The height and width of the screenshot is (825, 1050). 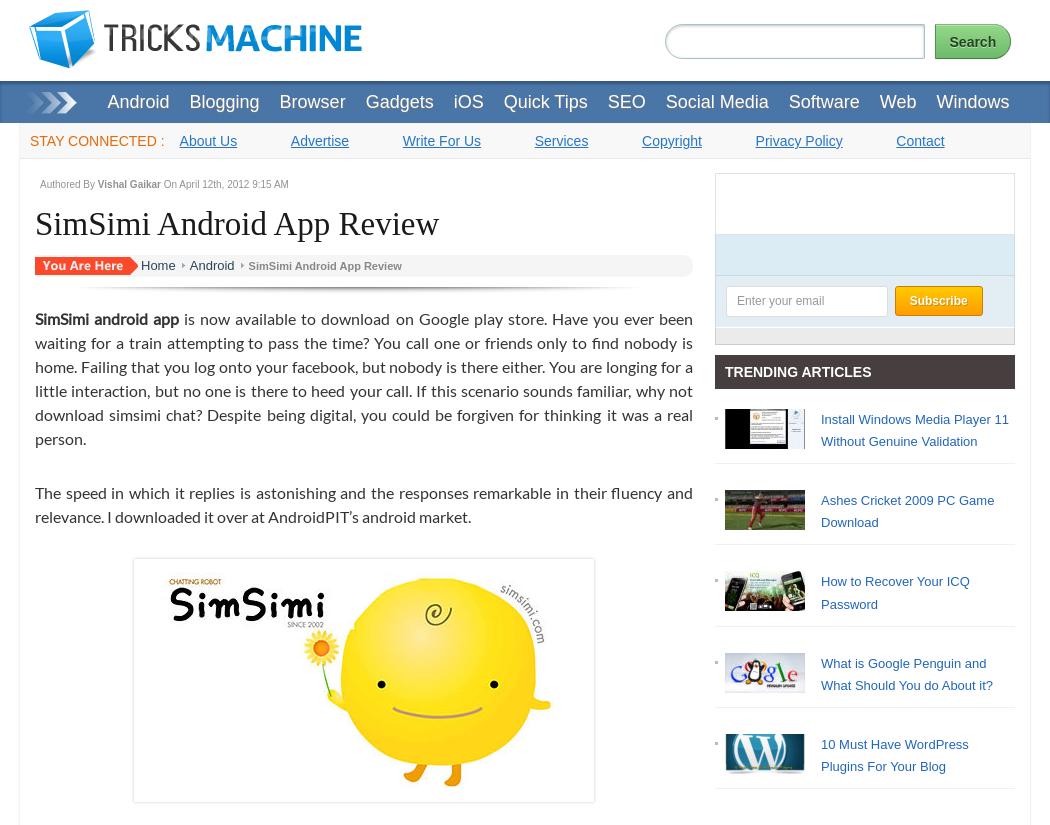 I want to click on 'On April 12th, 2012 9:15 AM', so click(x=223, y=184).